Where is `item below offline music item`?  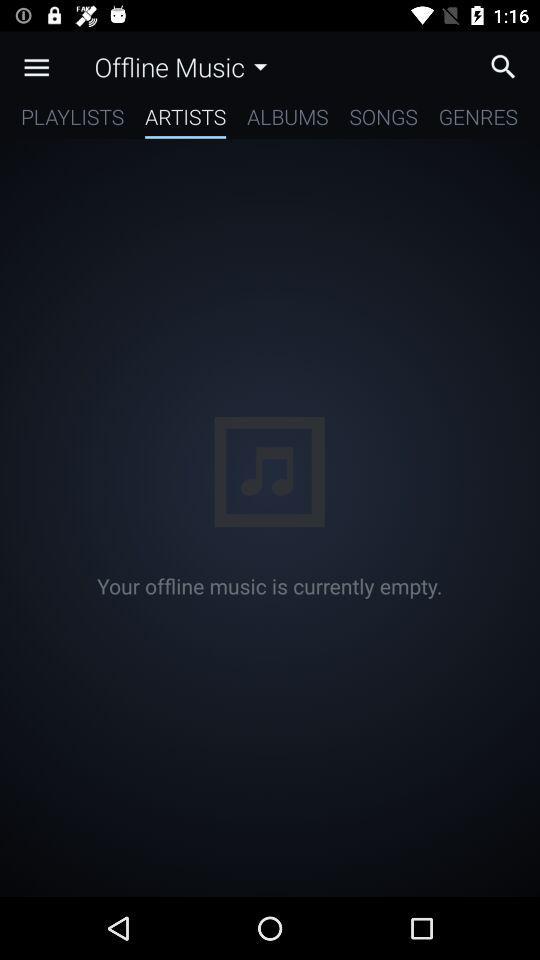
item below offline music item is located at coordinates (185, 120).